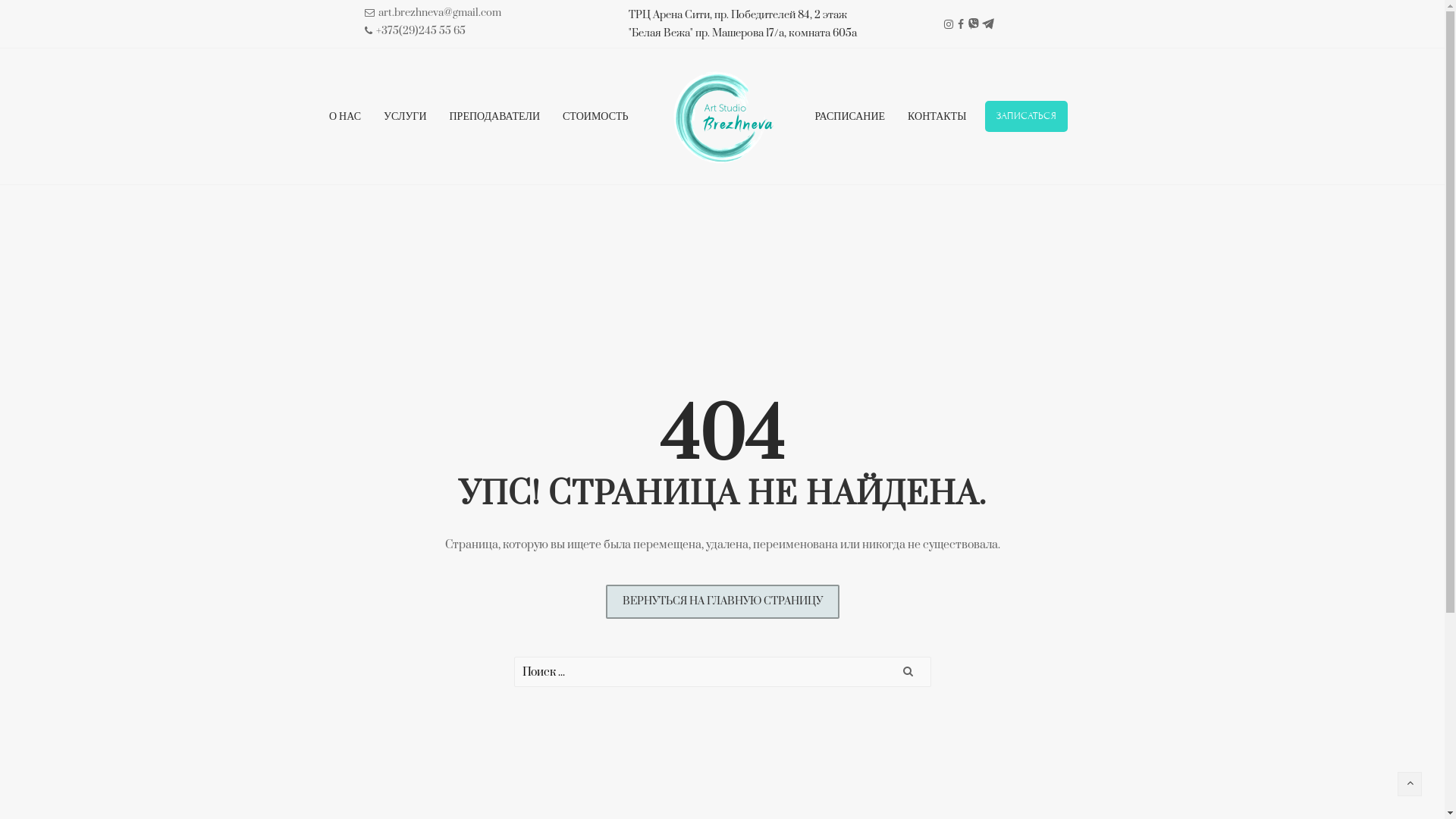  Describe the element at coordinates (956, 23) in the screenshot. I see `'Facebook'` at that location.